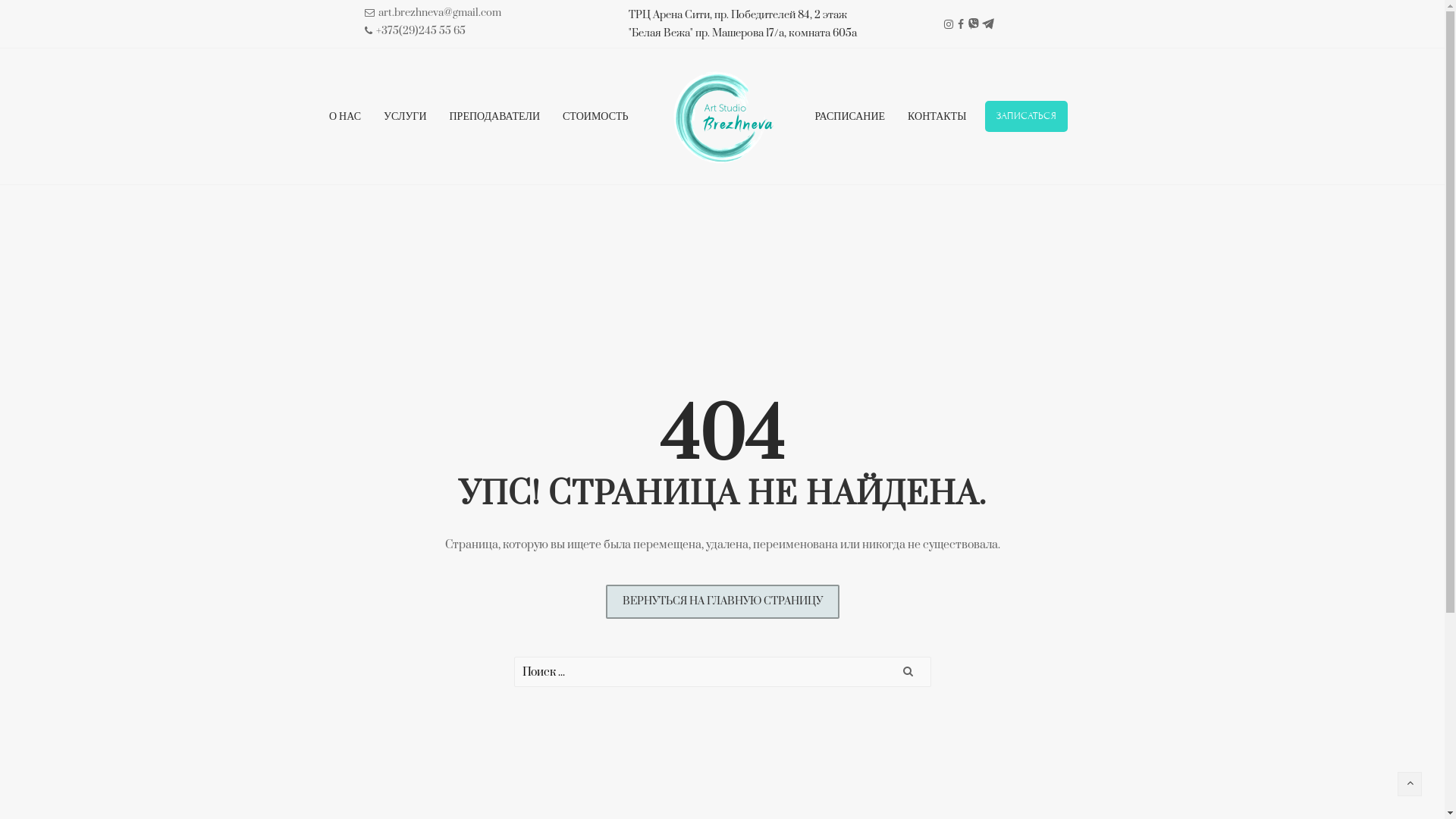  Describe the element at coordinates (956, 23) in the screenshot. I see `'Facebook'` at that location.